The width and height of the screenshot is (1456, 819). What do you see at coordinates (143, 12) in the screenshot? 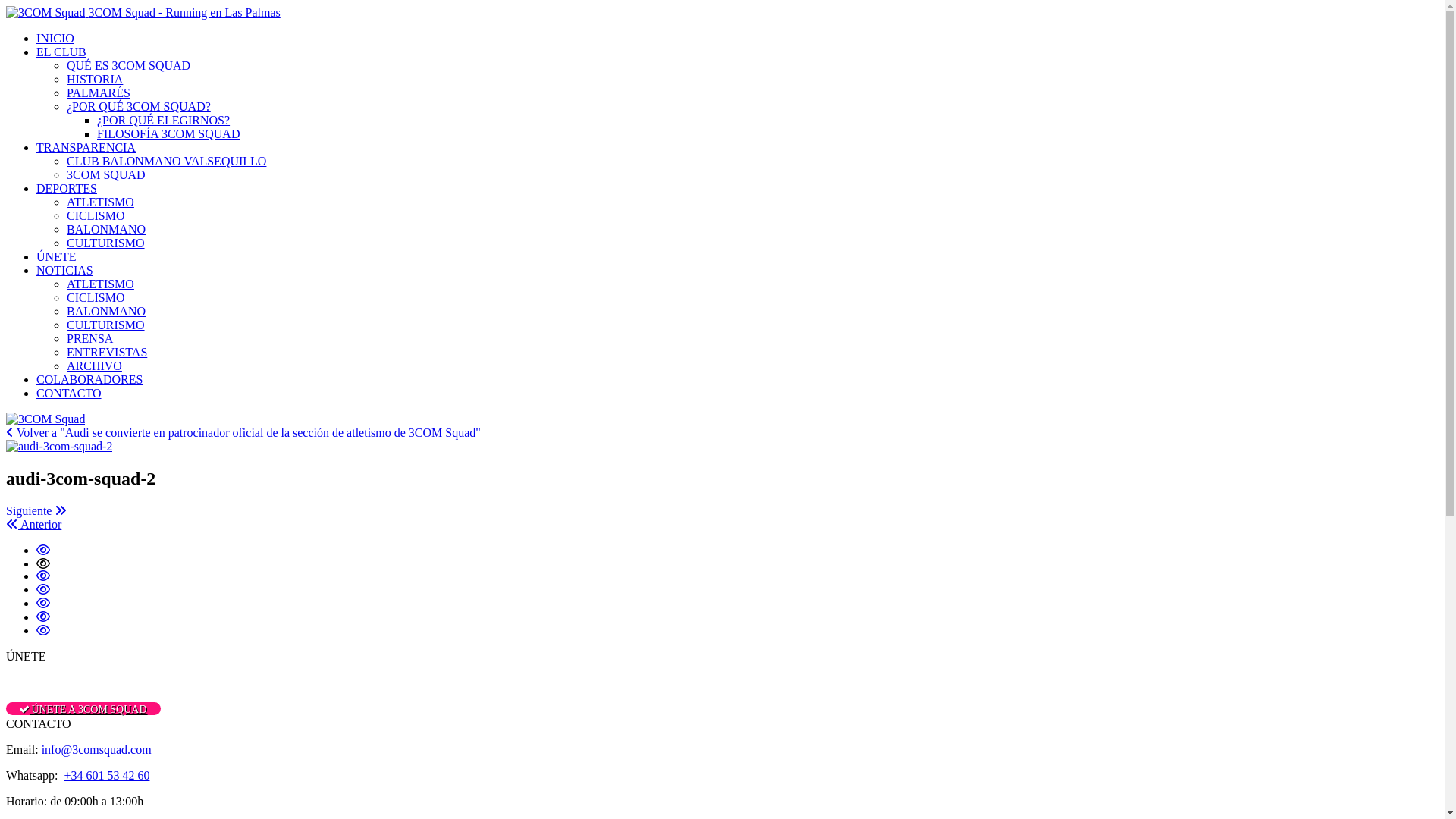
I see `'3COM Squad - Running en Las Palmas'` at bounding box center [143, 12].